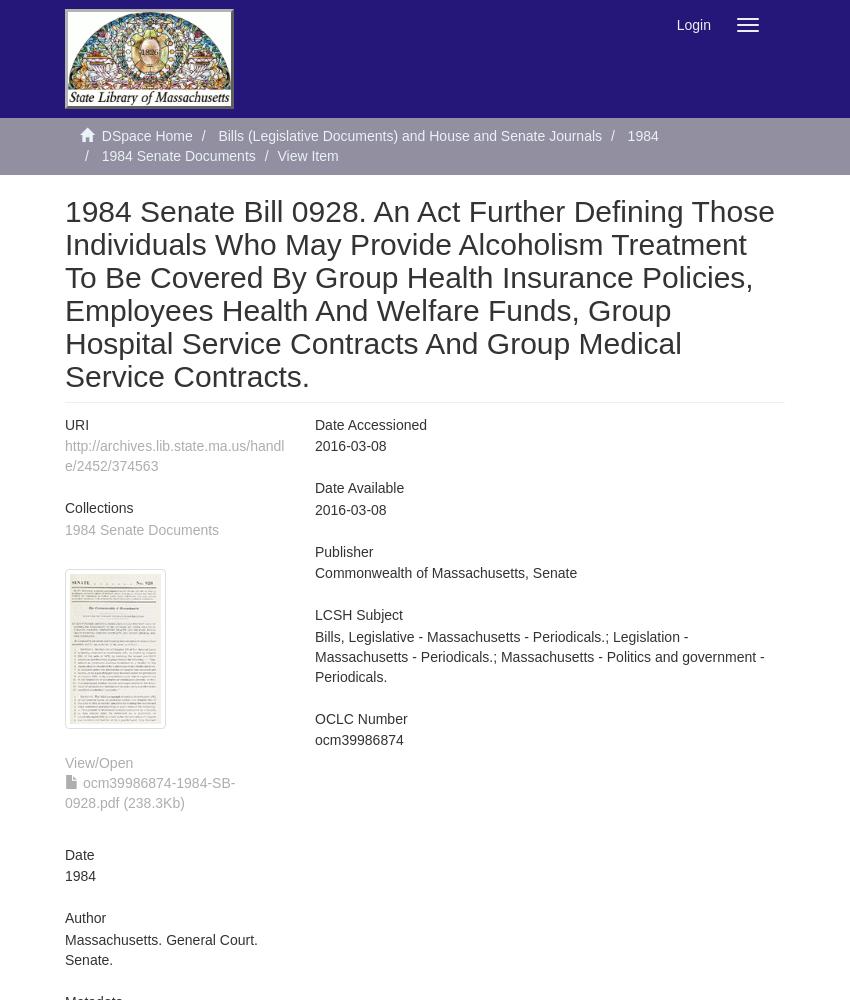 The width and height of the screenshot is (850, 1000). I want to click on 'Bills, Legislative - Massachusetts - Periodicals.; Legislation - Massachusetts - Periodicals.; Massachusetts - Politics and government - Periodicals.', so click(538, 656).